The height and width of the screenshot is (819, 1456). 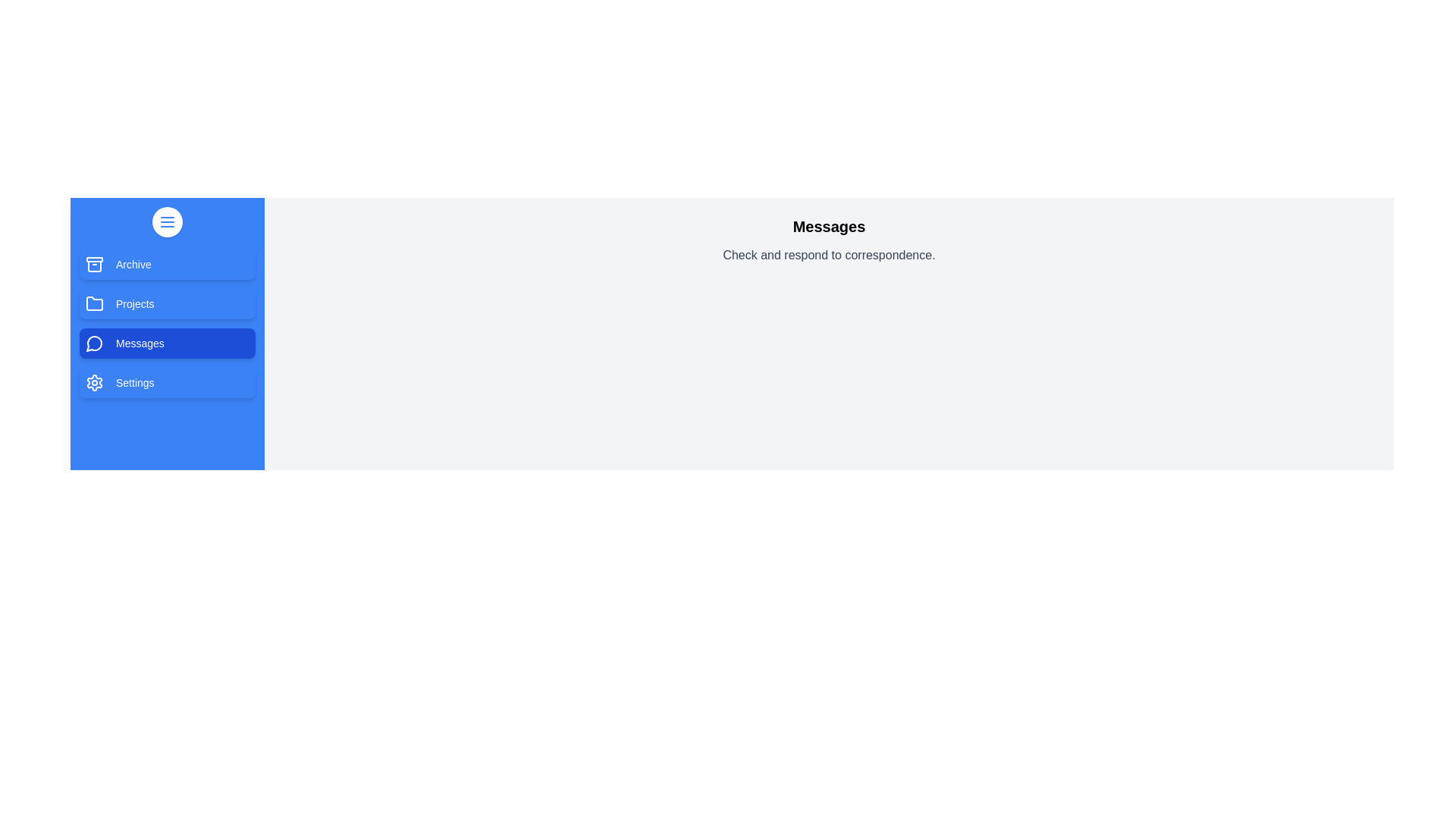 I want to click on the tab Messages to view its content, so click(x=167, y=343).